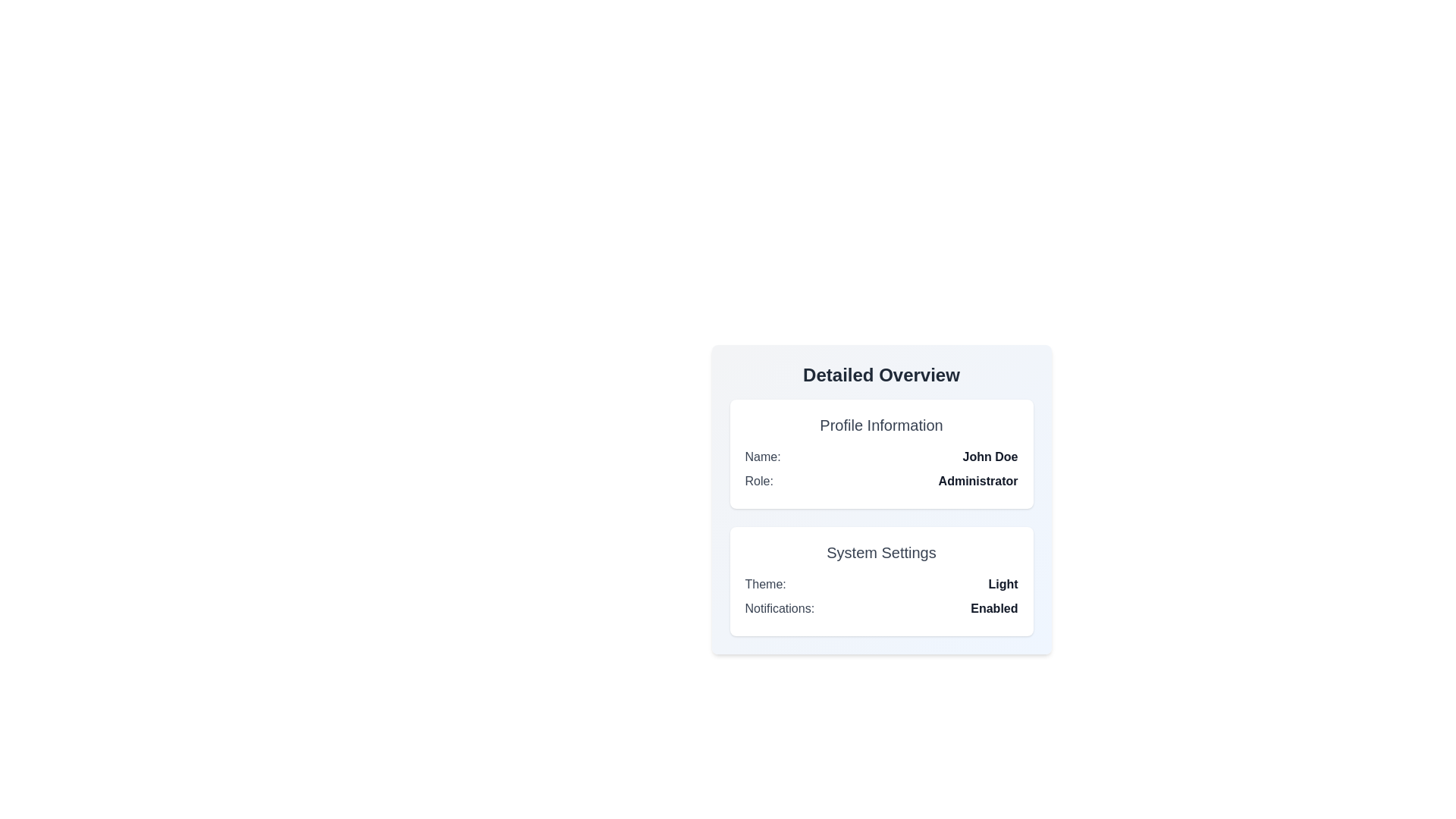 The image size is (1456, 819). Describe the element at coordinates (994, 607) in the screenshot. I see `the static text label displaying 'Enabled', which is located within the settings section under 'Notifications:' in a light-themed interface` at that location.